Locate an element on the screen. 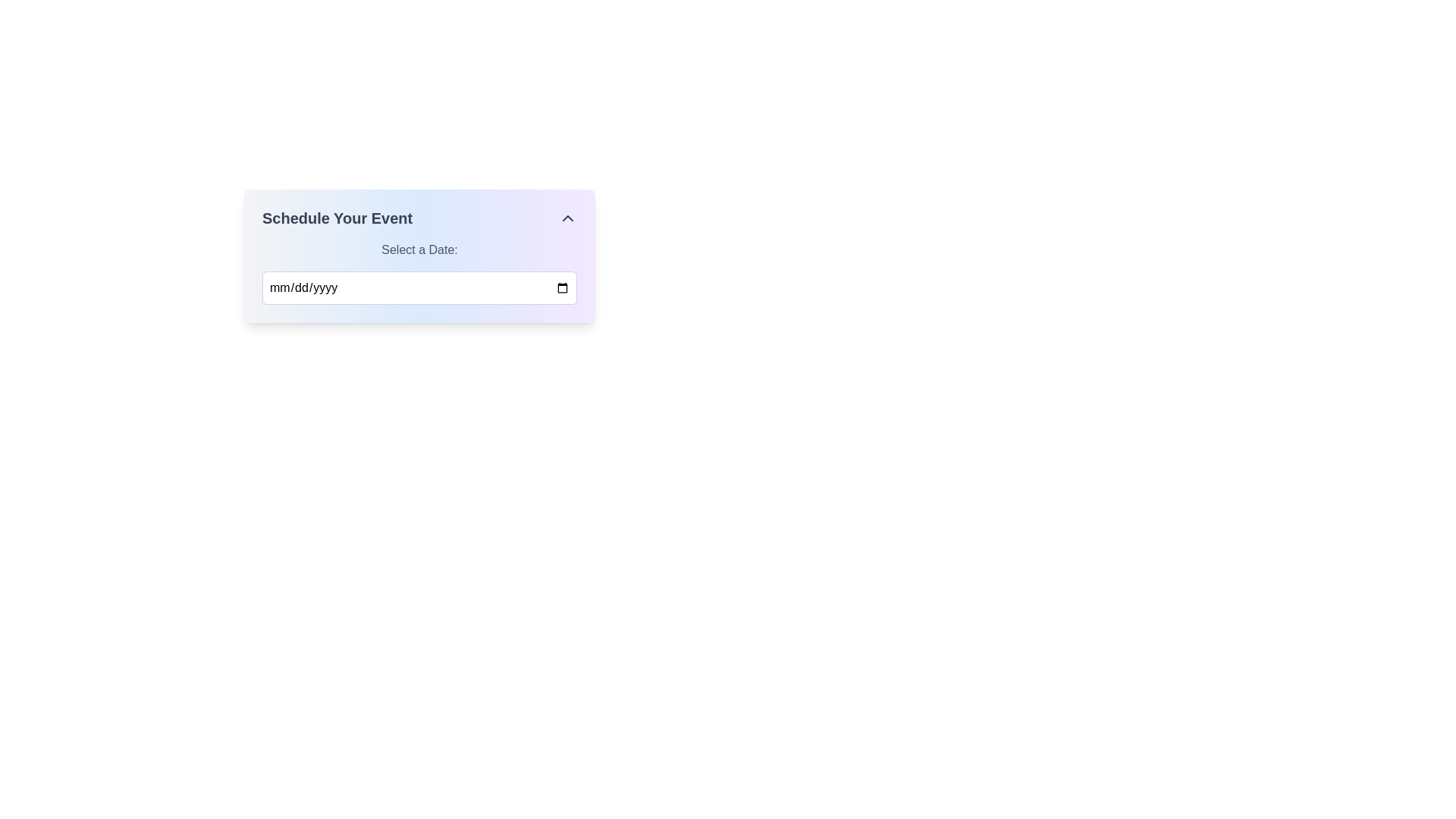 The height and width of the screenshot is (819, 1456). a date from the calendar dropdown by clicking on the date input field that has the placeholder text 'mm/dd/yyyy' and a calendar icon on its right side is located at coordinates (419, 288).